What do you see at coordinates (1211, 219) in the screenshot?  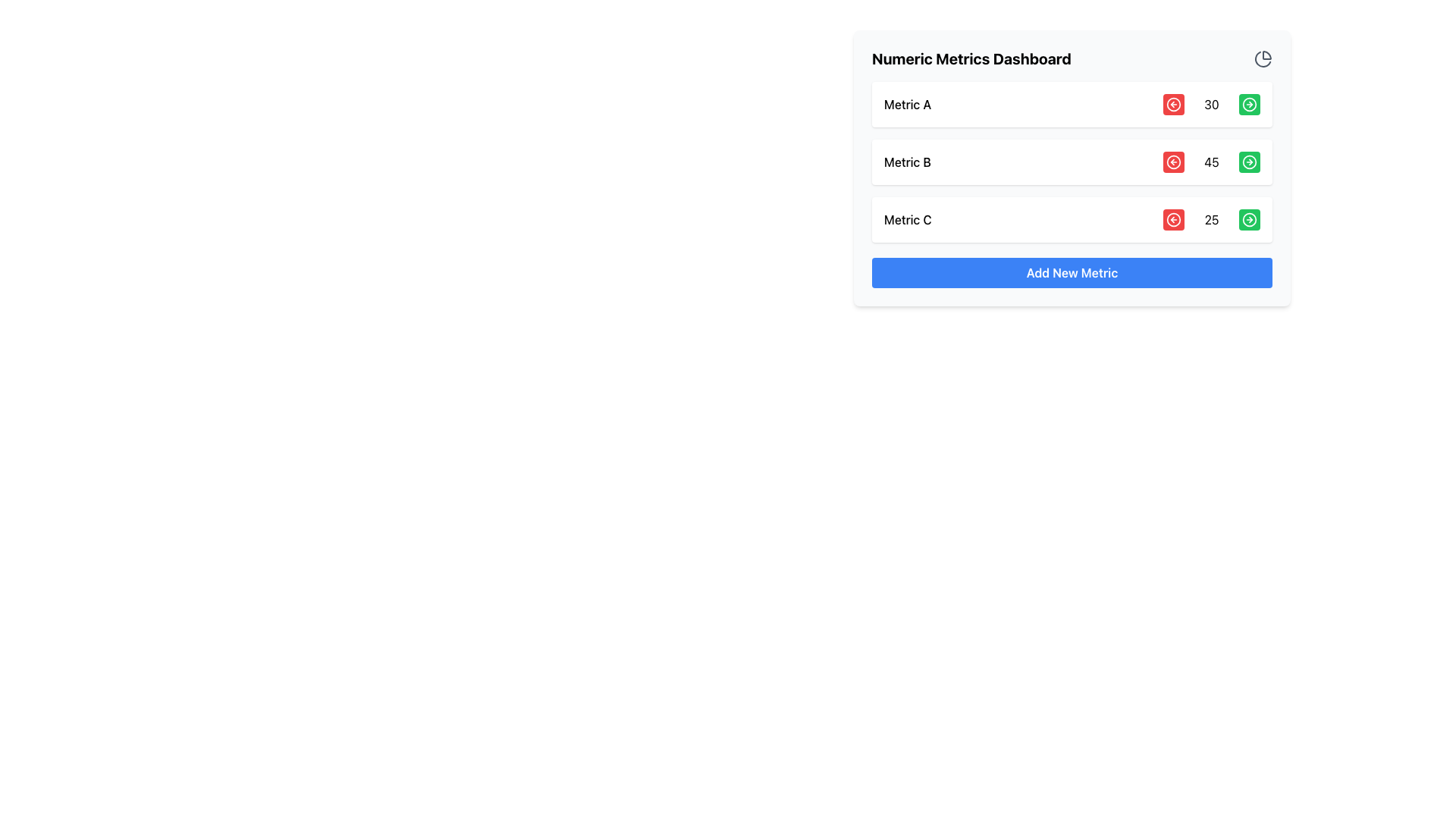 I see `the static text display showing the number '25' in the 'Metric C' row, which is visually aligned between a red button on the left and a green button on the right` at bounding box center [1211, 219].